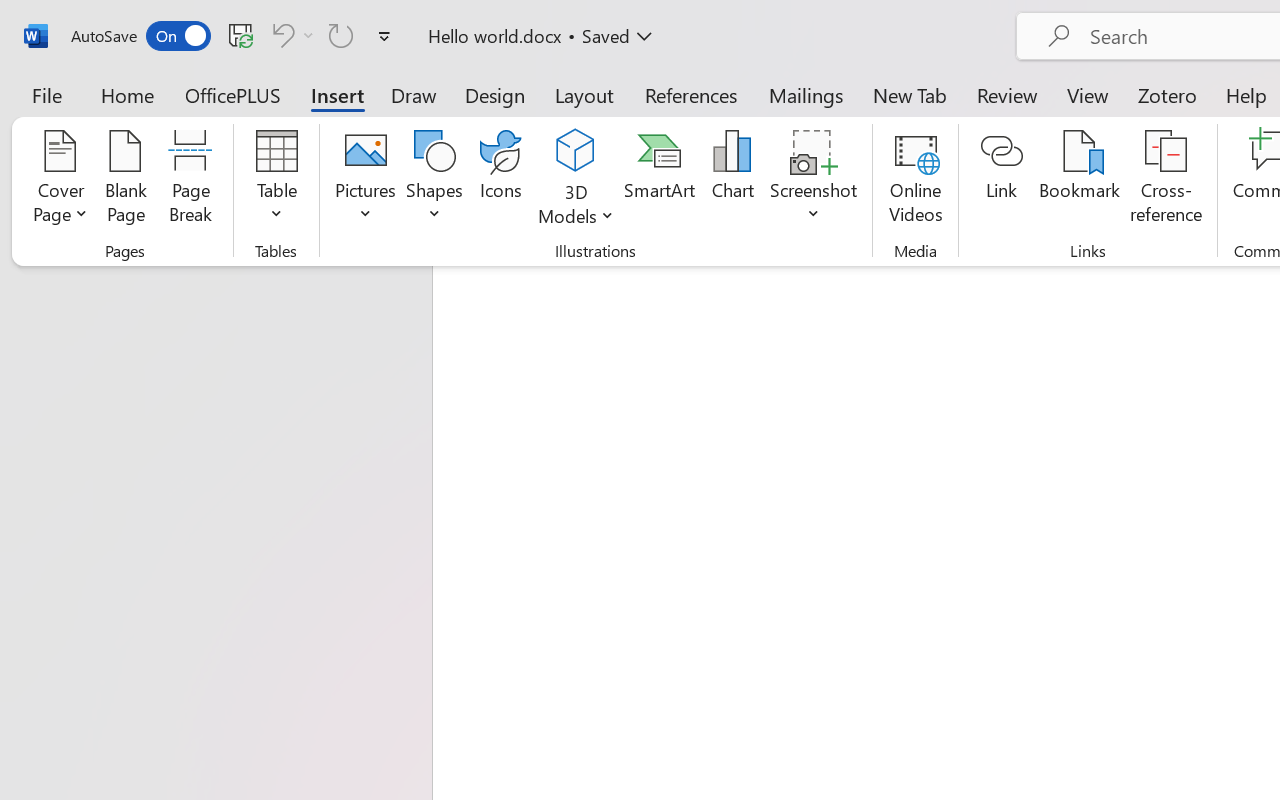 This screenshot has height=800, width=1280. I want to click on 'File Tab', so click(46, 94).